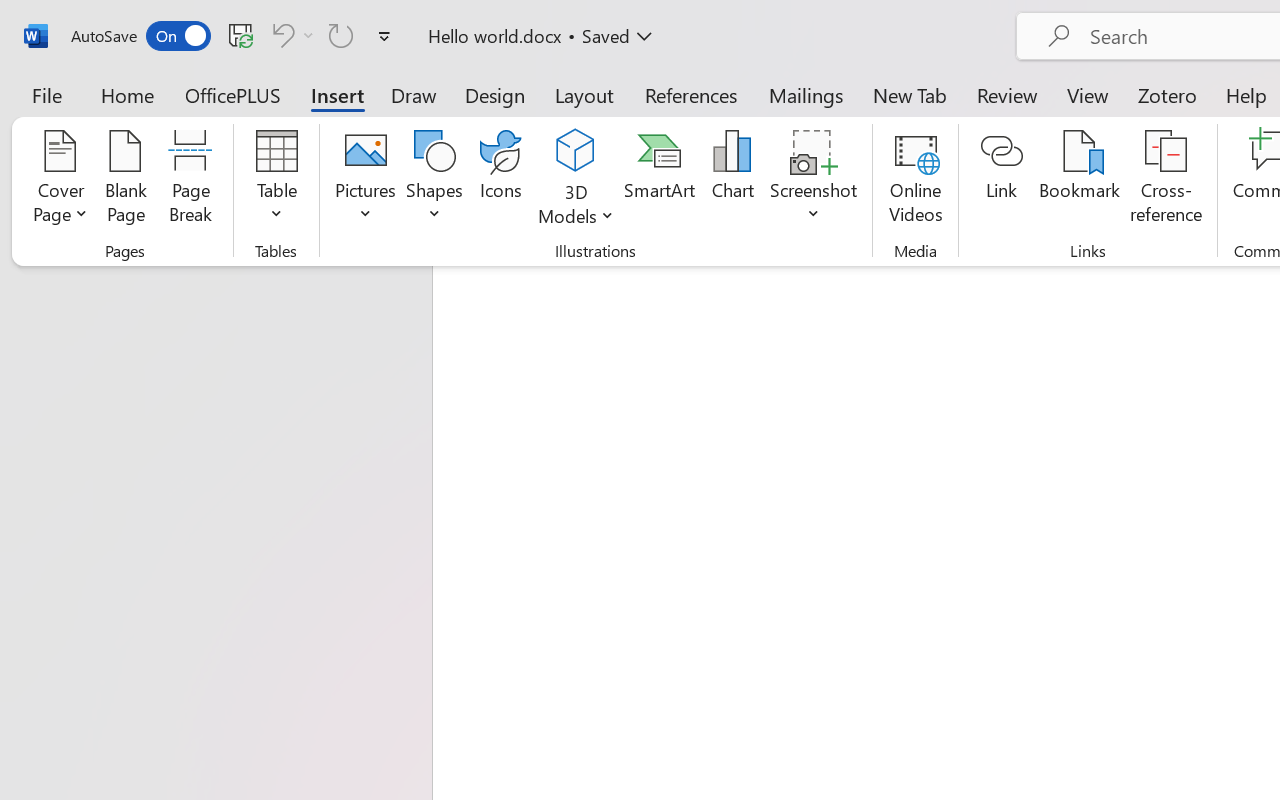 This screenshot has height=800, width=1280. I want to click on 'File Tab', so click(46, 94).